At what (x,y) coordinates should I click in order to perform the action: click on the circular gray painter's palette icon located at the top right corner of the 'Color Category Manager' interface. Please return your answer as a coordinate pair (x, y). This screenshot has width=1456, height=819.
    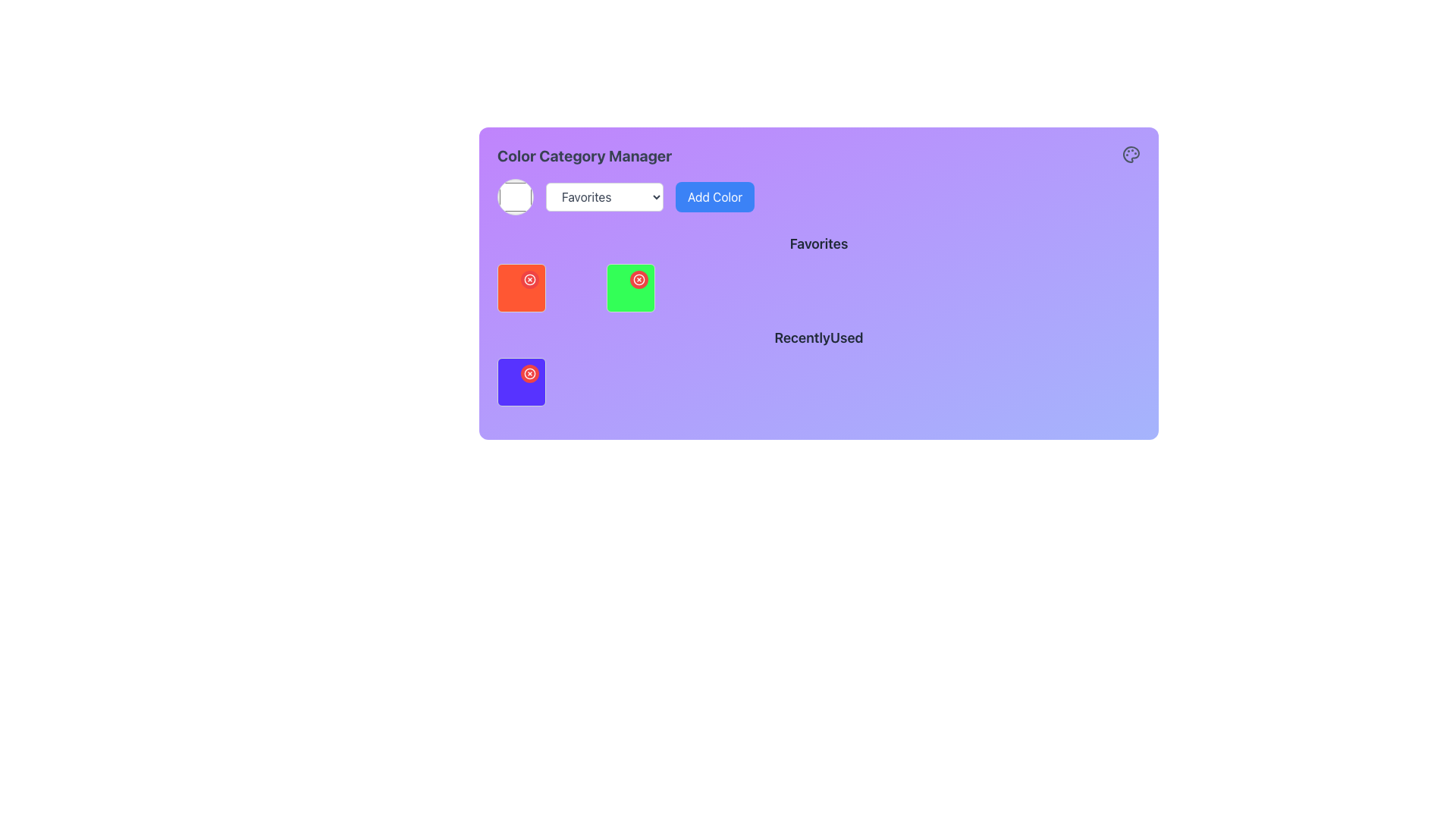
    Looking at the image, I should click on (1131, 155).